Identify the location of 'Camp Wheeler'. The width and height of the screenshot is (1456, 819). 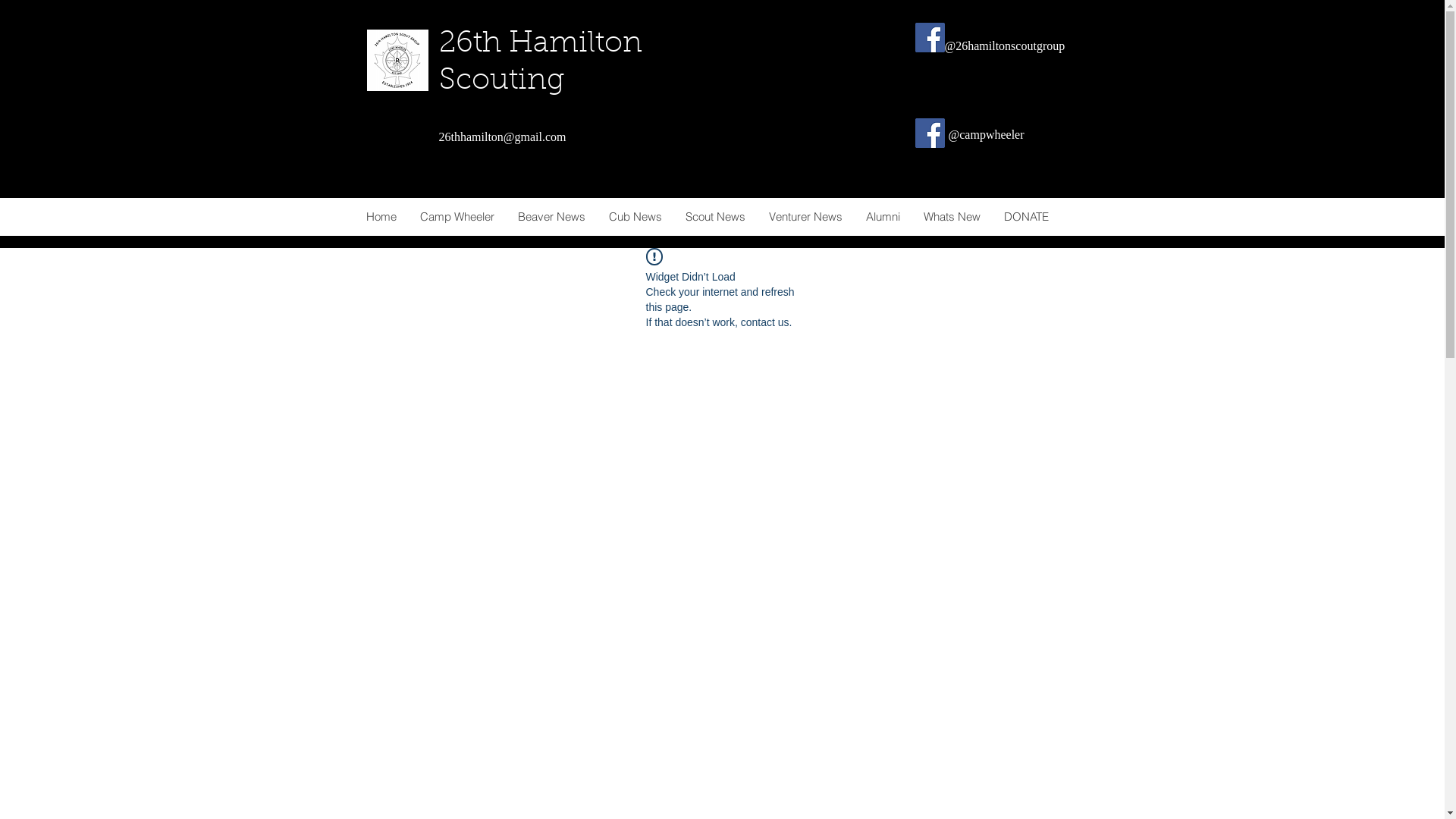
(407, 216).